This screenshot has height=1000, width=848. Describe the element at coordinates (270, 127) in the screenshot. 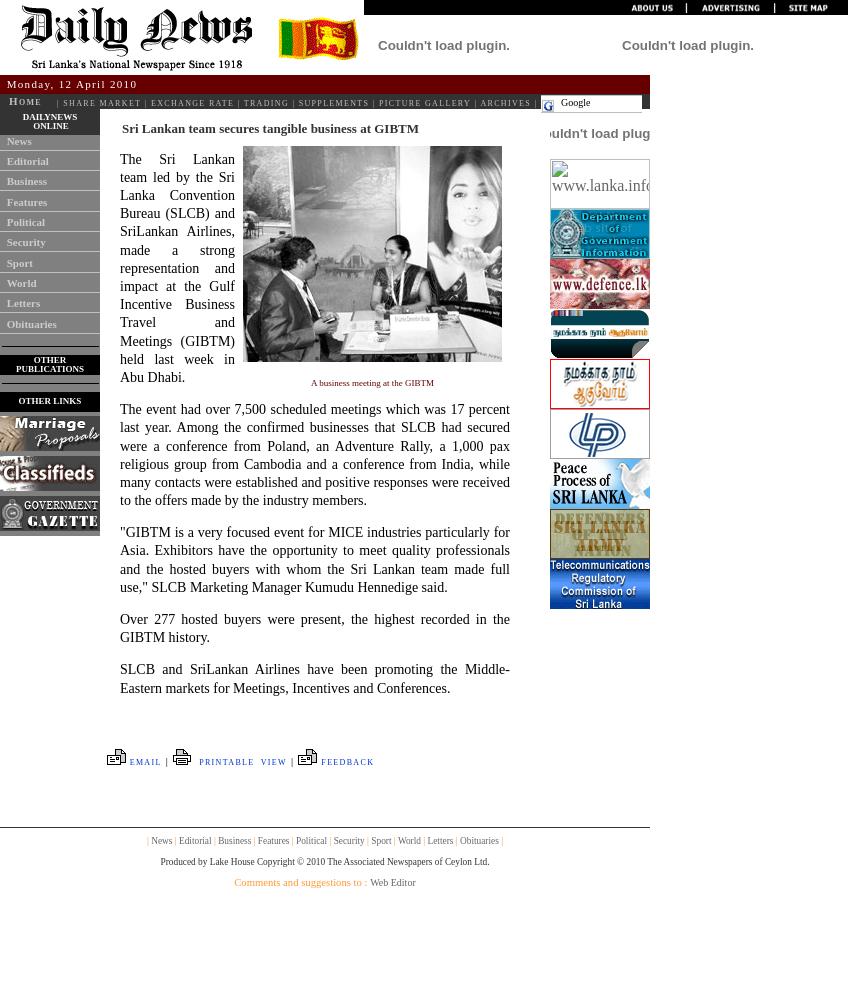

I see `'Sri Lankan team secures tangible business at GIBTM'` at that location.